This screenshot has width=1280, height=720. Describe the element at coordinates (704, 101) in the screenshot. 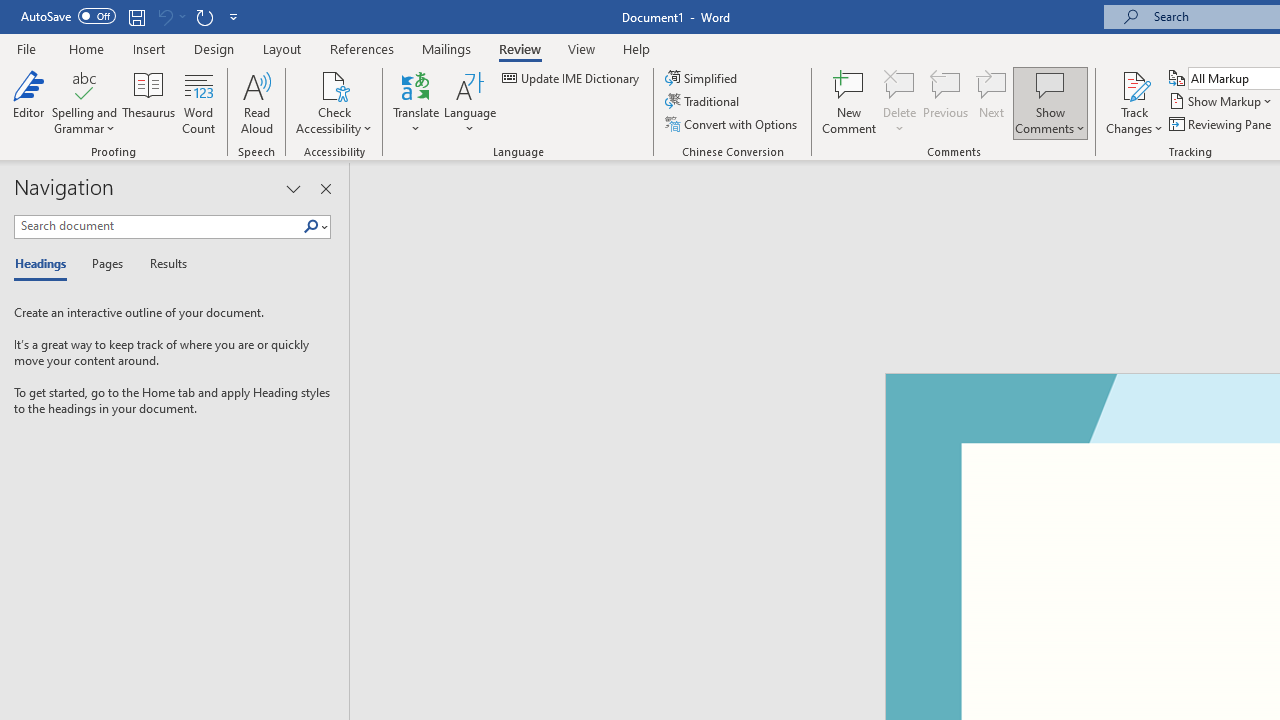

I see `'Traditional'` at that location.